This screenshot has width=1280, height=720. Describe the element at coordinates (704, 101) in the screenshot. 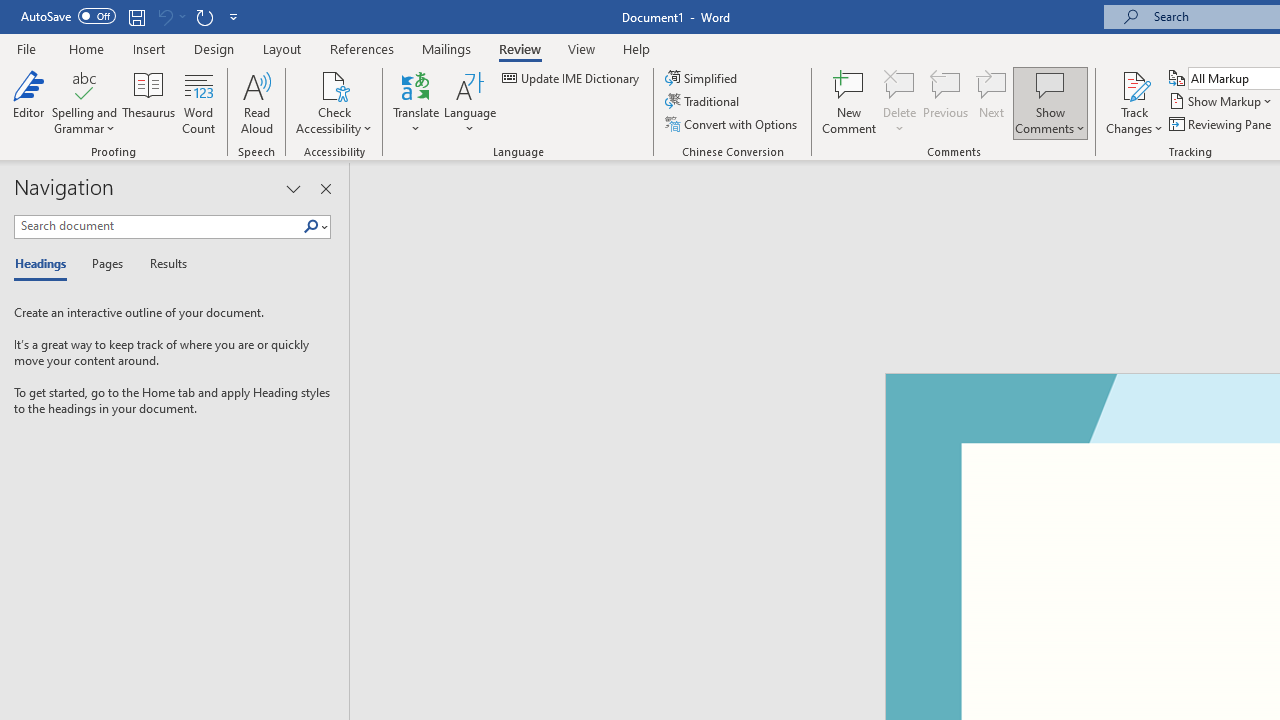

I see `'Traditional'` at that location.